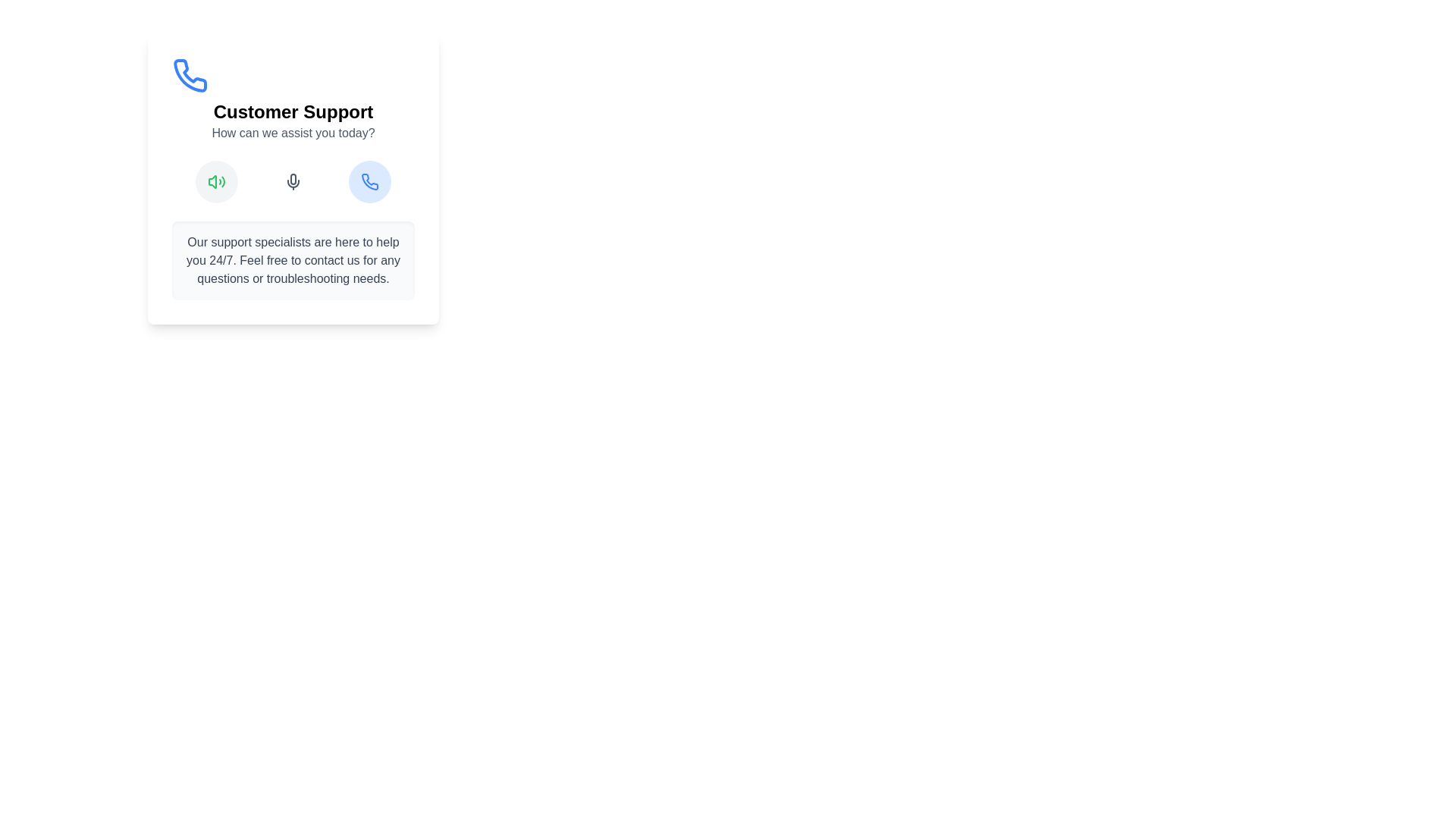  Describe the element at coordinates (293, 178) in the screenshot. I see `the microphone icon, which is the second icon in a row of three under the text 'How can we assist you today?'` at that location.